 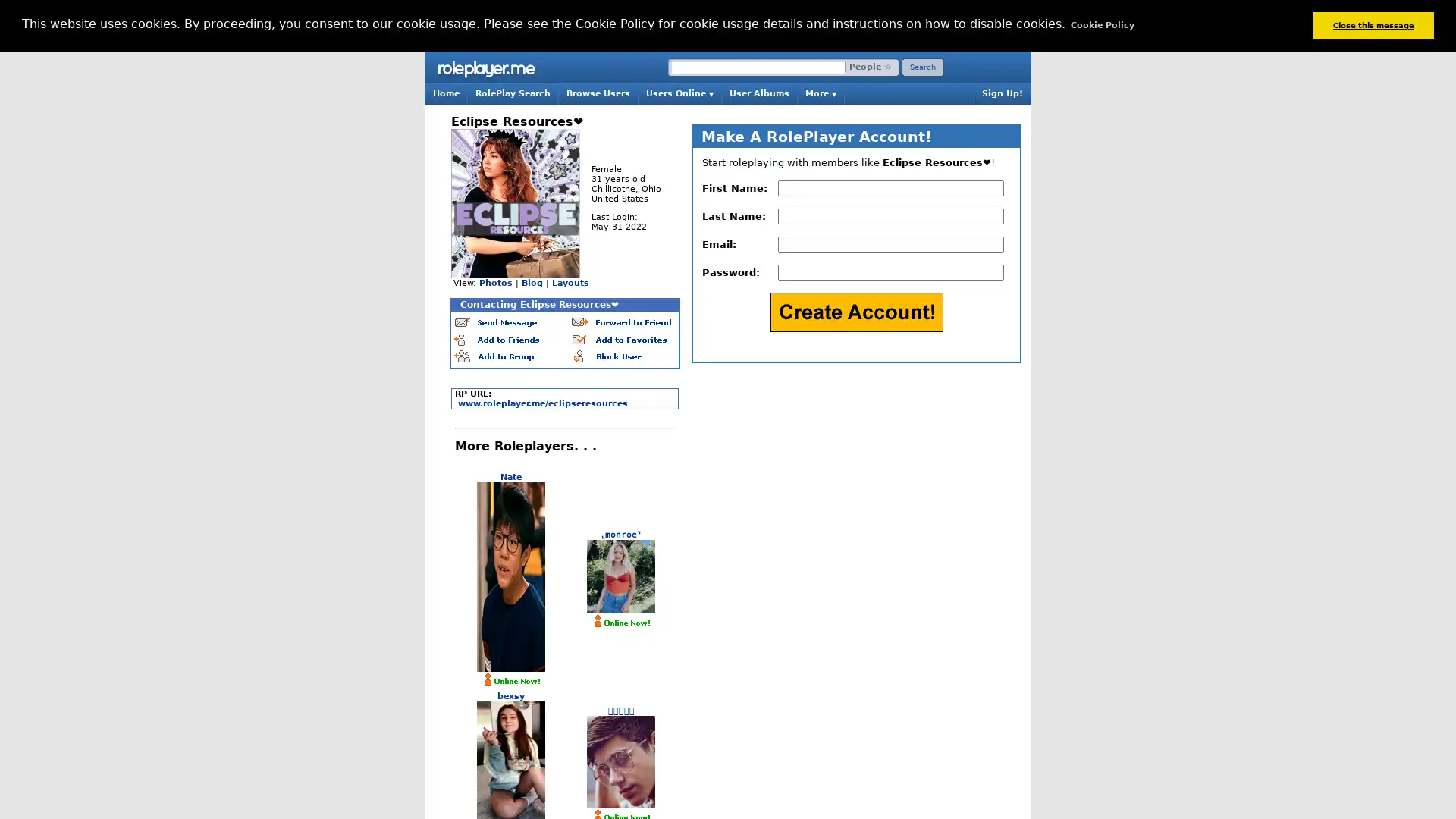 I want to click on dismiss cookie message, so click(x=1373, y=25).